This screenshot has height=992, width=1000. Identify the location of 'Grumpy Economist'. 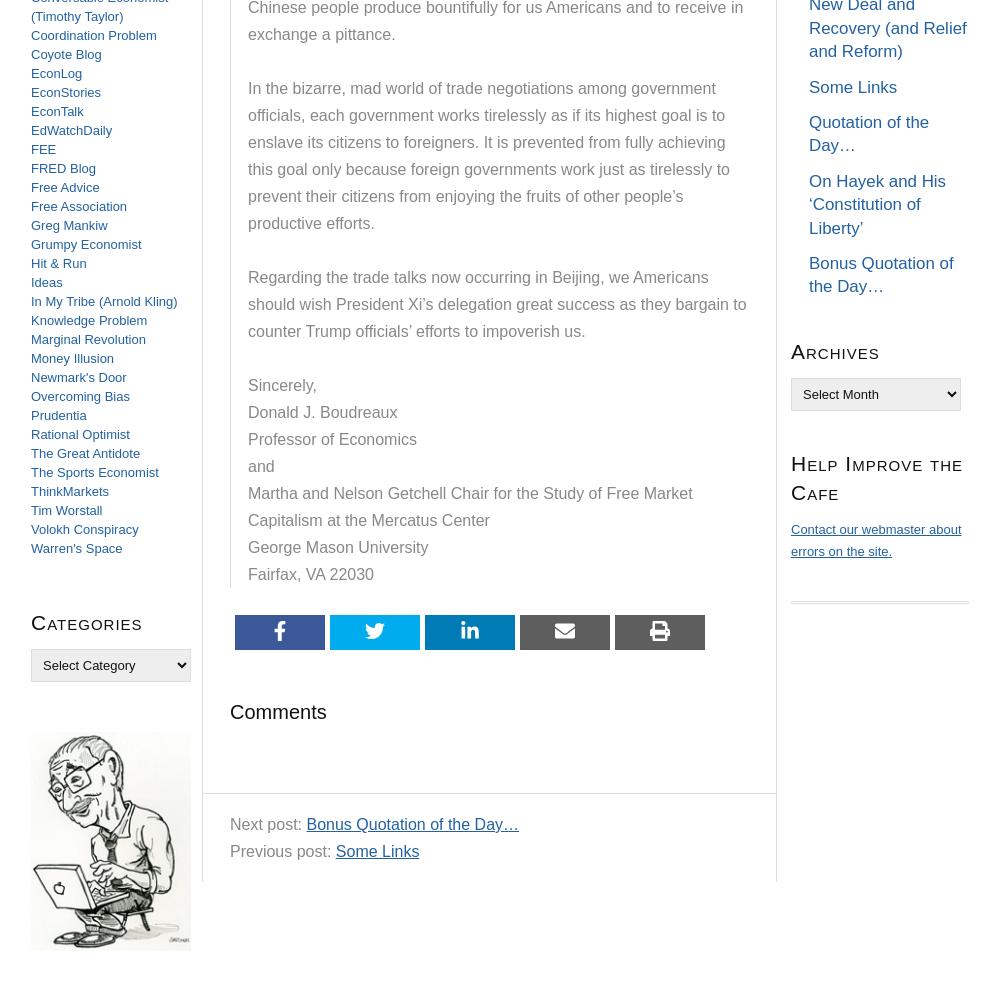
(85, 244).